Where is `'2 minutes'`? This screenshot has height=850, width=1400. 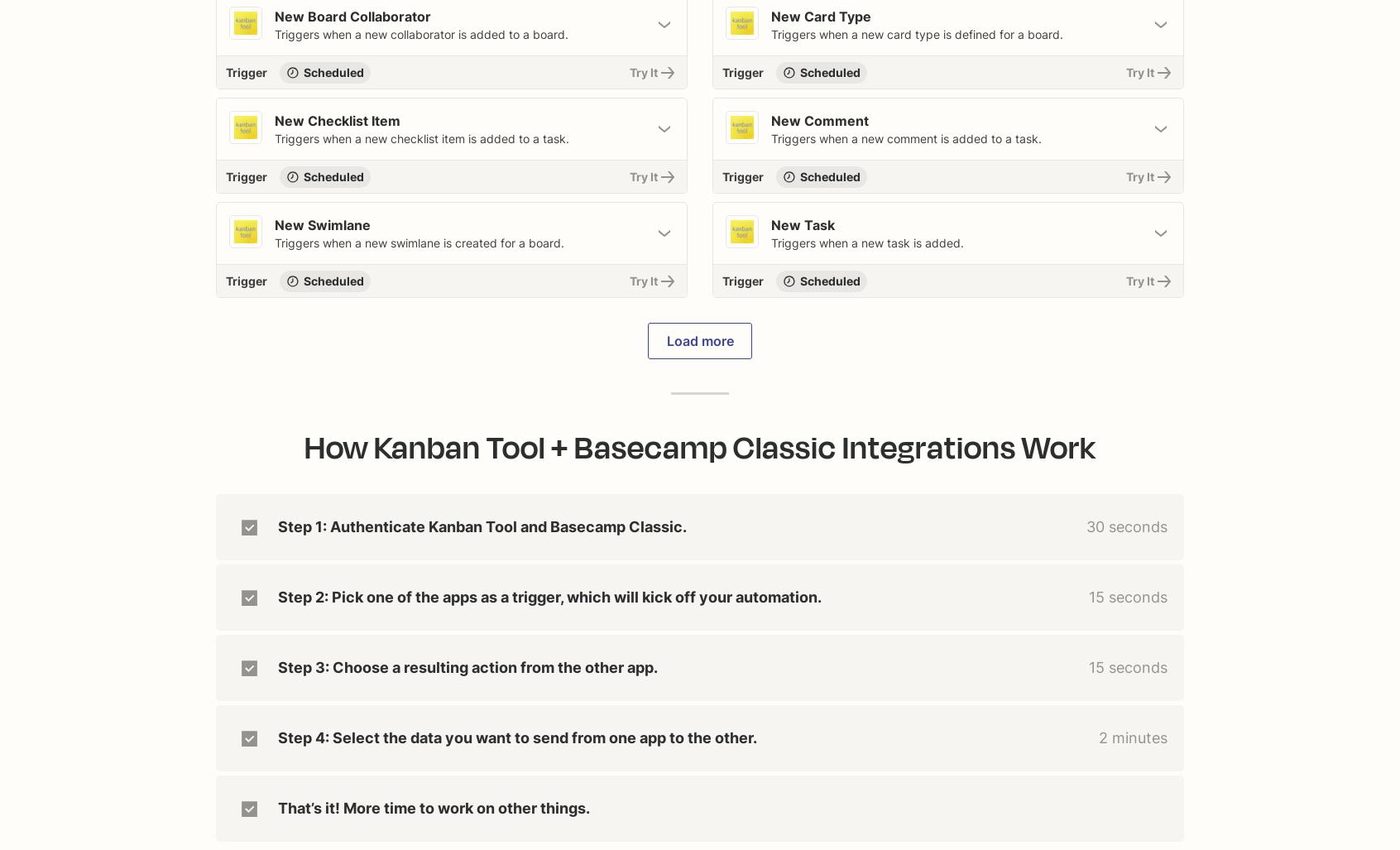
'2 minutes' is located at coordinates (1133, 737).